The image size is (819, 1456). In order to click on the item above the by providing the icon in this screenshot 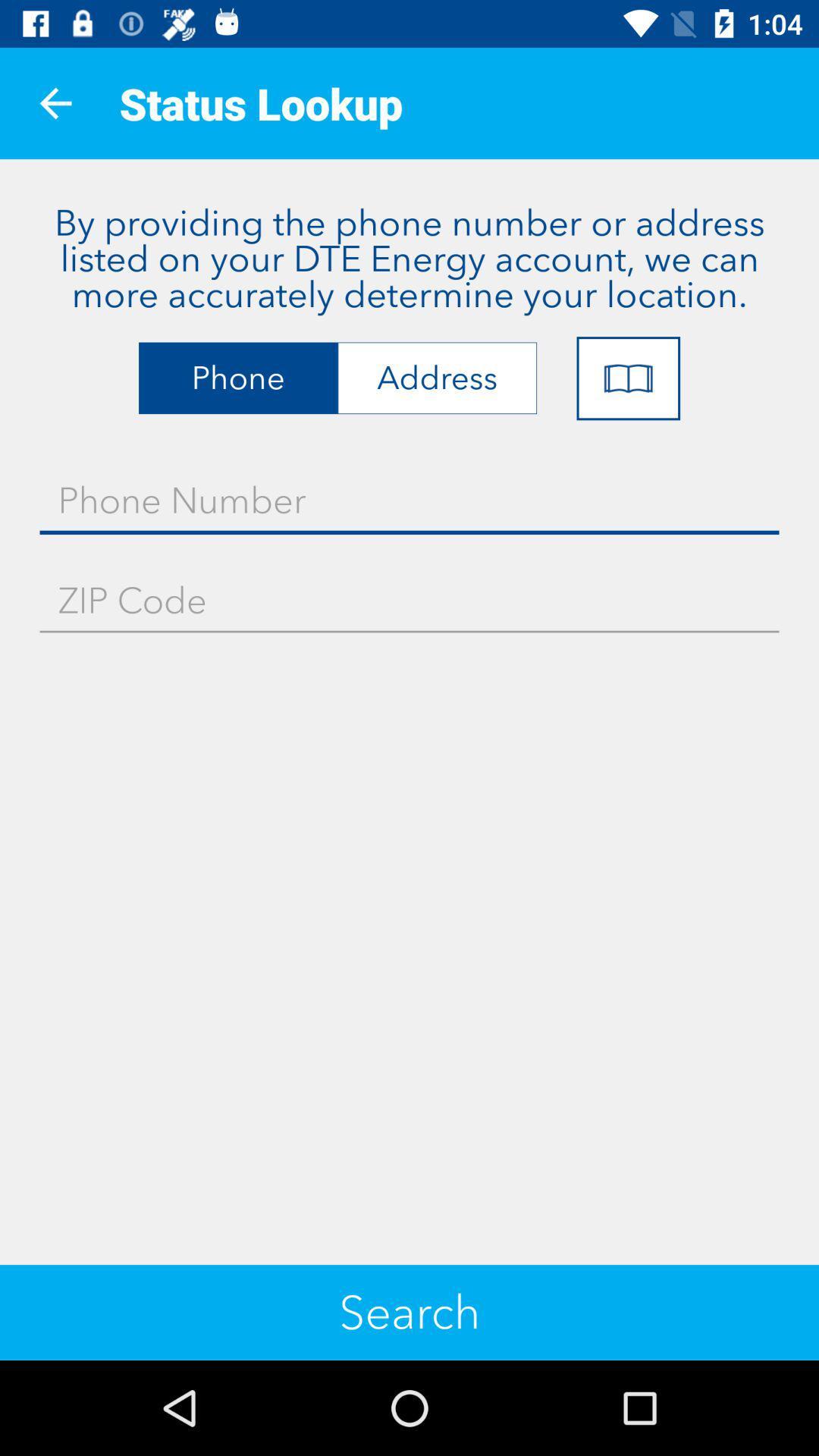, I will do `click(55, 102)`.